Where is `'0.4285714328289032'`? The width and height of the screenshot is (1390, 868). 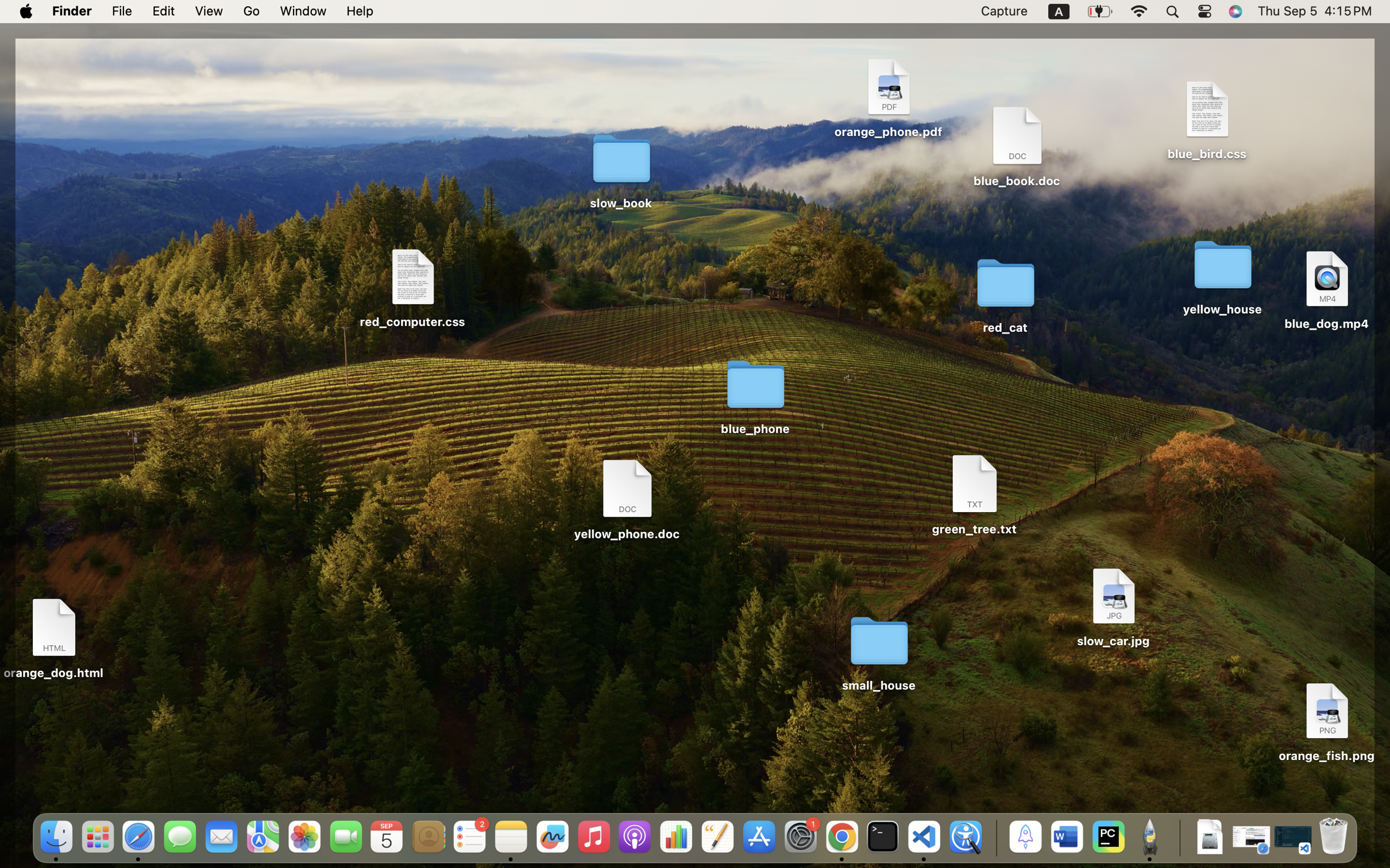
'0.4285714328289032' is located at coordinates (994, 837).